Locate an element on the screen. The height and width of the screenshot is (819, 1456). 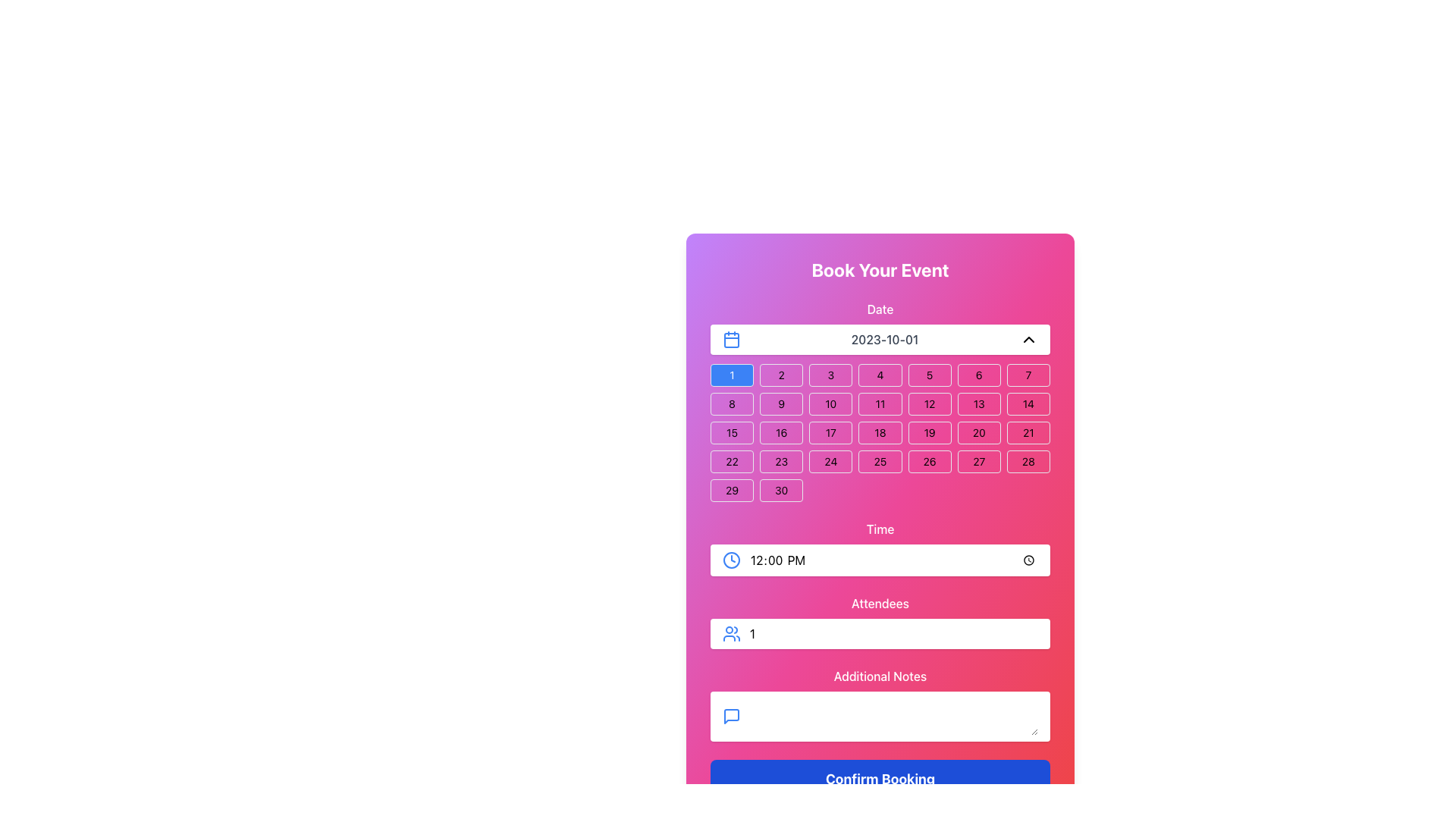
the button representing the selection of the 19th day in the calendar is located at coordinates (929, 432).